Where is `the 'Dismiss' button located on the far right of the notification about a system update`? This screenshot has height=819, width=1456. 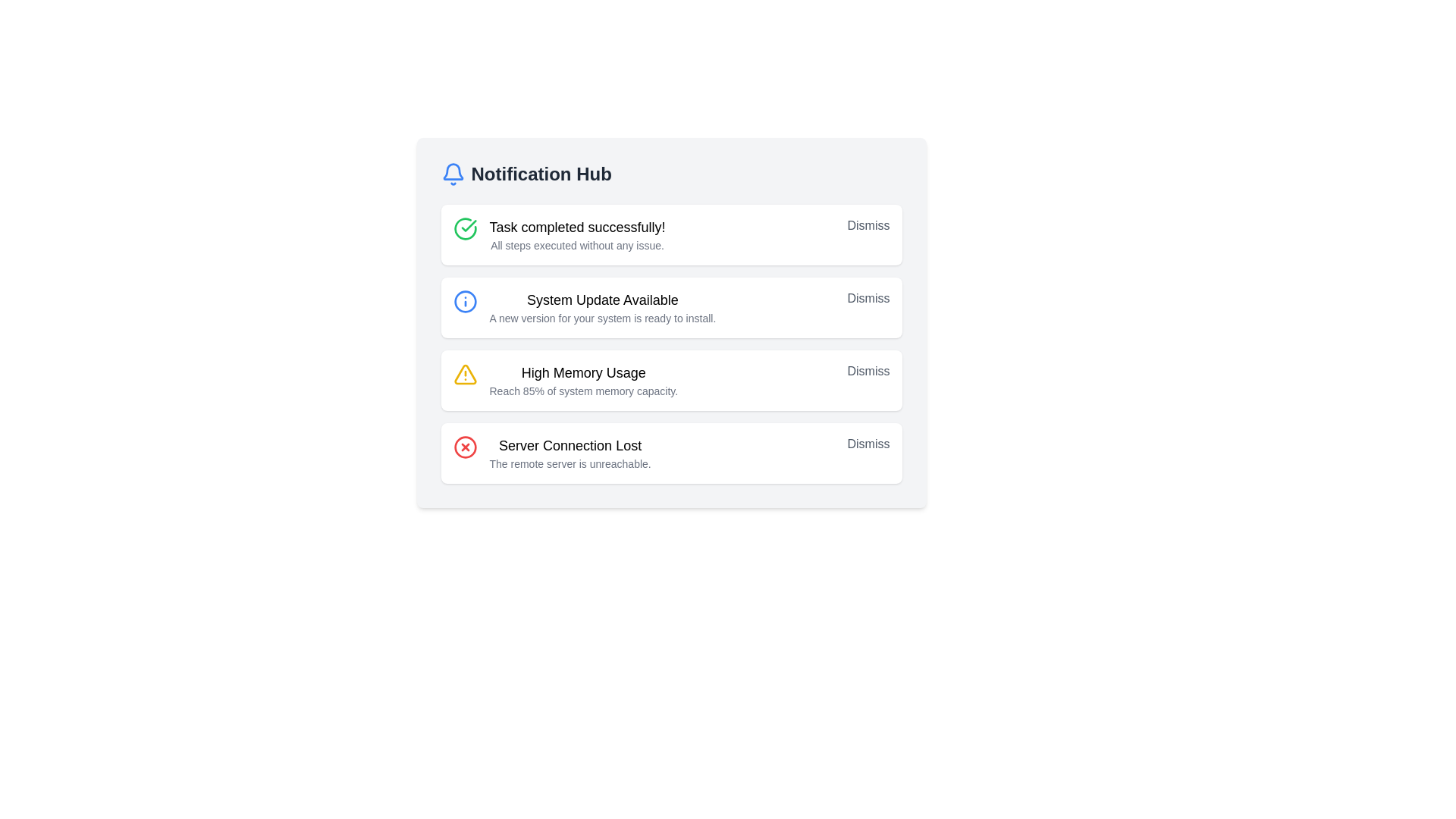
the 'Dismiss' button located on the far right of the notification about a system update is located at coordinates (868, 298).